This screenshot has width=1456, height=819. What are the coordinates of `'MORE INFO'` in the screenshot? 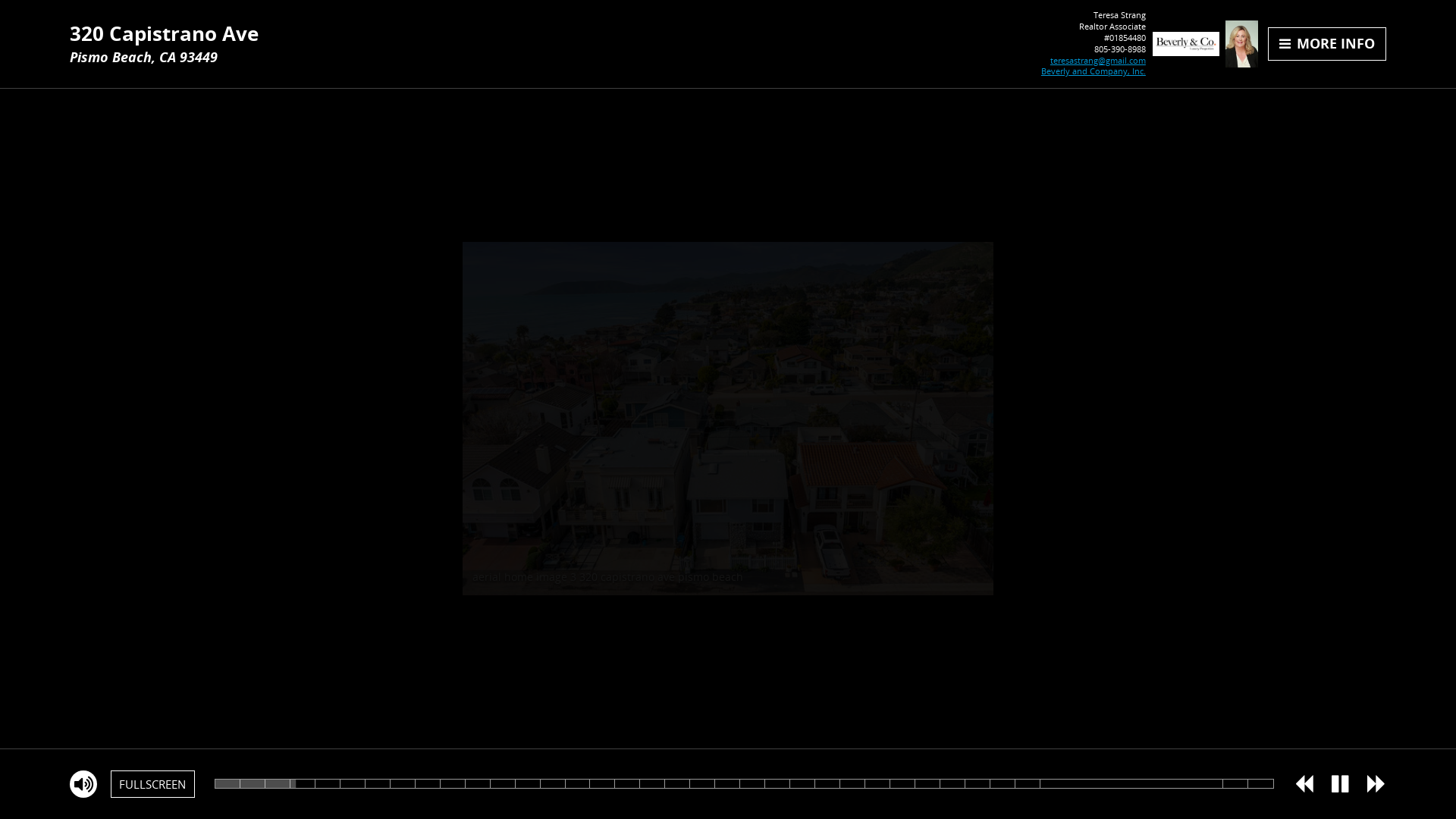 It's located at (1326, 42).